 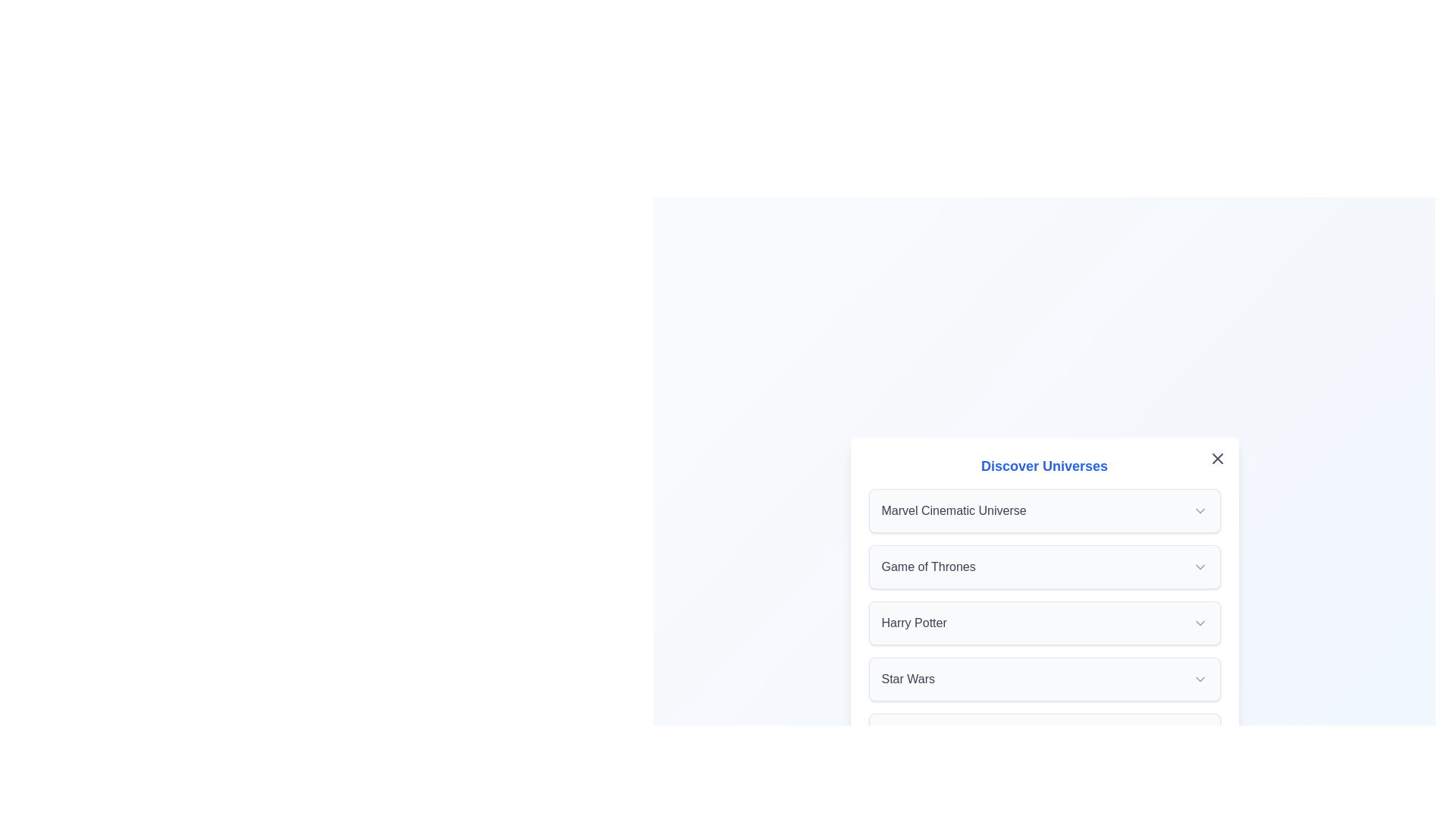 I want to click on the close button to close the dialog, so click(x=1217, y=458).